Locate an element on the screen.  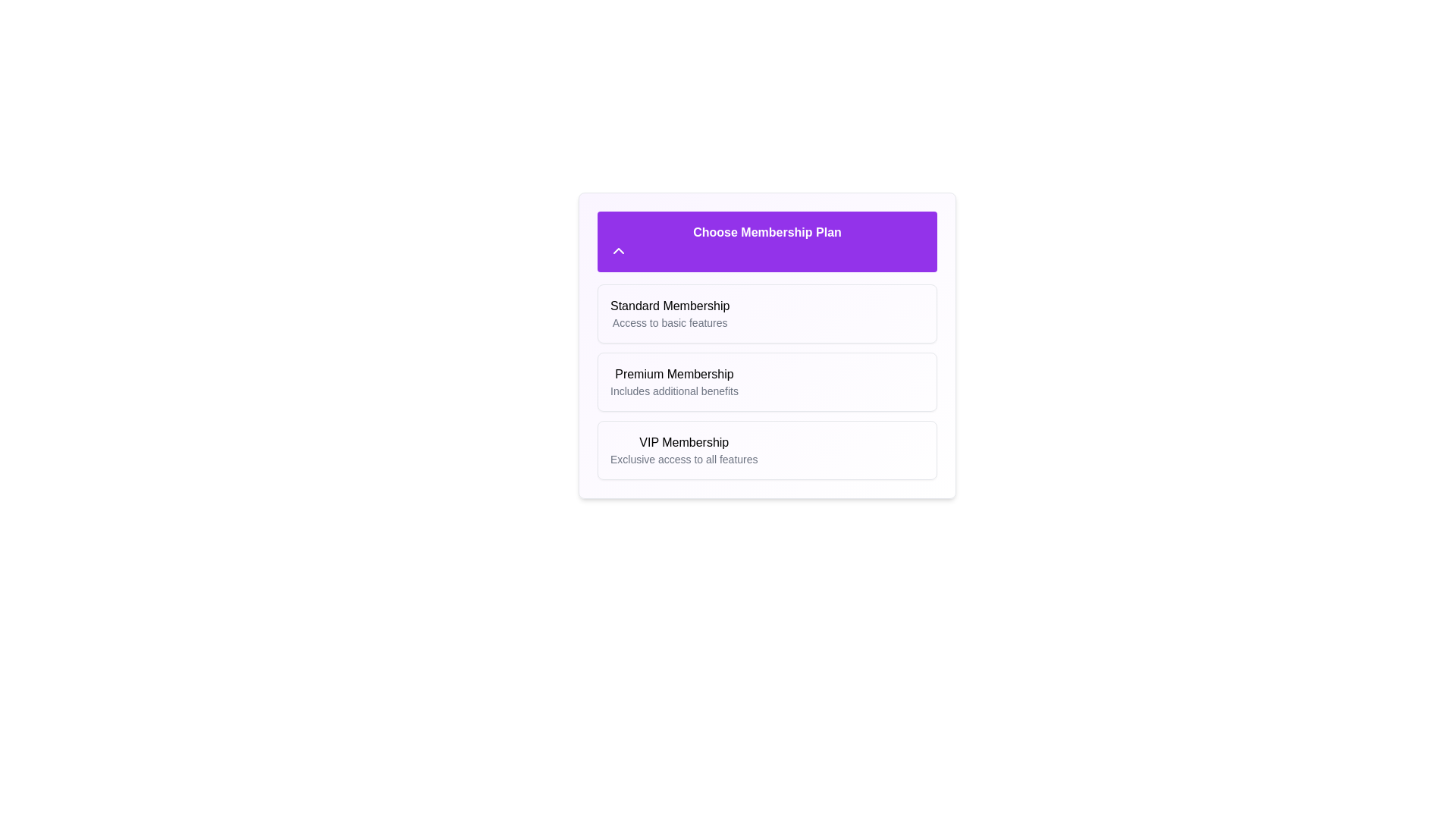
the 'VIP Membership' text block, which is the third card in the vertical list of membership options, located between the 'Premium Membership' card and additional content is located at coordinates (683, 450).